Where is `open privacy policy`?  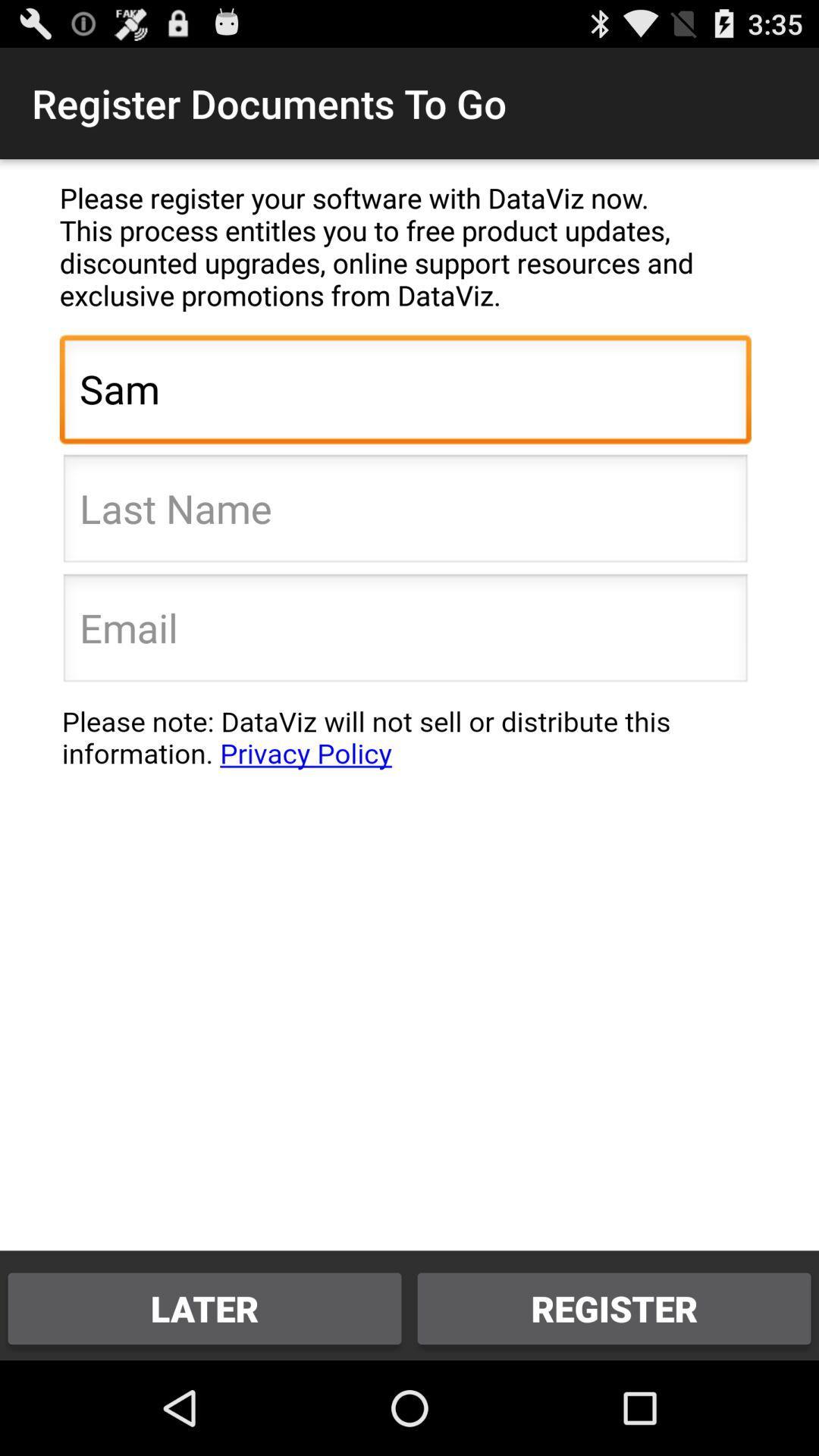 open privacy policy is located at coordinates (404, 745).